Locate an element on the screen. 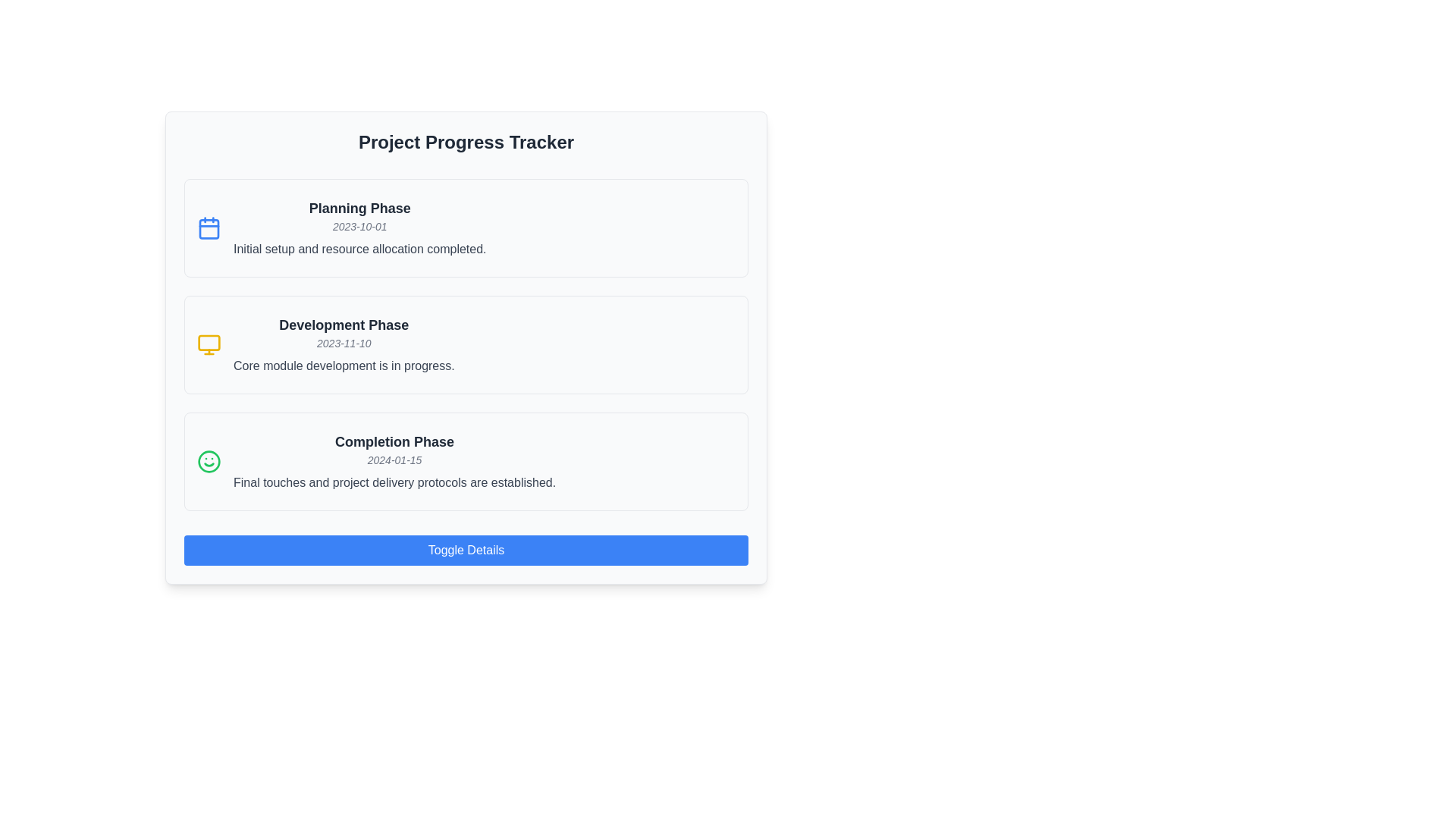 This screenshot has height=819, width=1456. the text label that displays 'Completion Phase', which is styled in bold and dark gray, located at the top of the third section of the progress layout is located at coordinates (394, 441).